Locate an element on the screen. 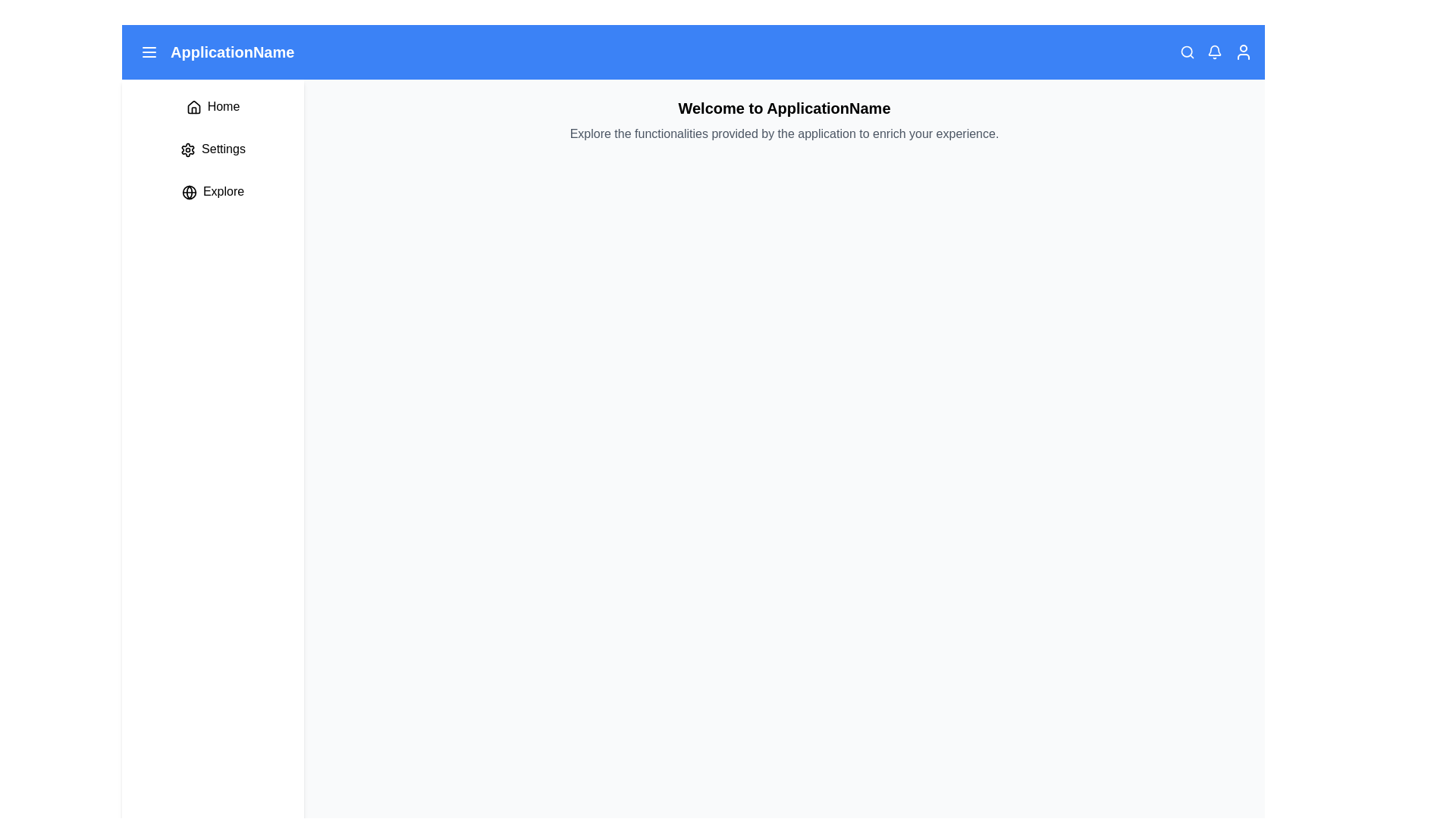 The height and width of the screenshot is (819, 1456). the bell-shaped icon located in the top-right corner of the interface, which is the second icon in a group of three, styled with a white color on a blue background is located at coordinates (1216, 52).